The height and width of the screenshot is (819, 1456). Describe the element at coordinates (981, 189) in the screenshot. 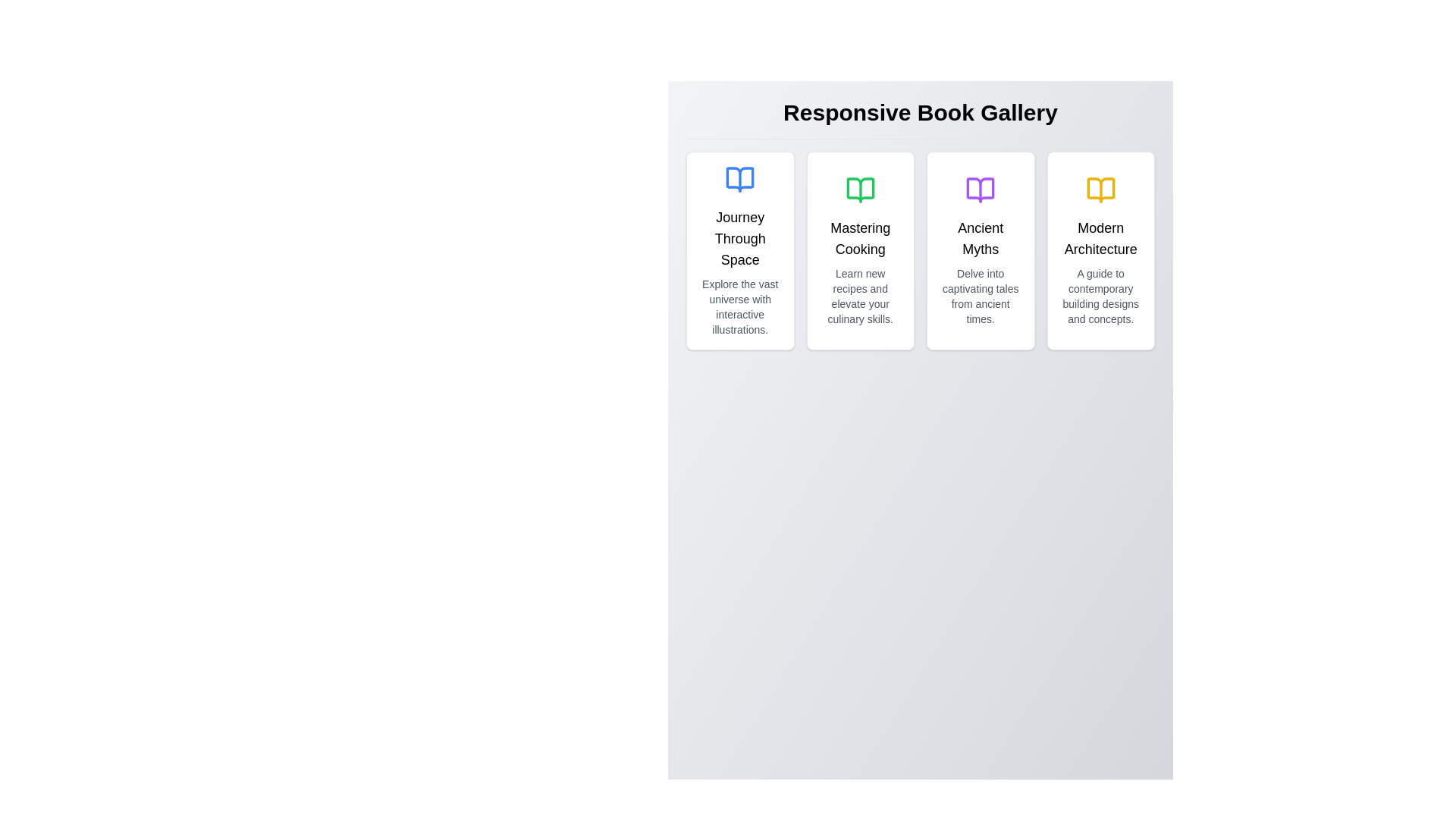

I see `the decorative icon representing the theme of the card labeled 'Ancient Myths', which is centrally aligned at the top of the card` at that location.